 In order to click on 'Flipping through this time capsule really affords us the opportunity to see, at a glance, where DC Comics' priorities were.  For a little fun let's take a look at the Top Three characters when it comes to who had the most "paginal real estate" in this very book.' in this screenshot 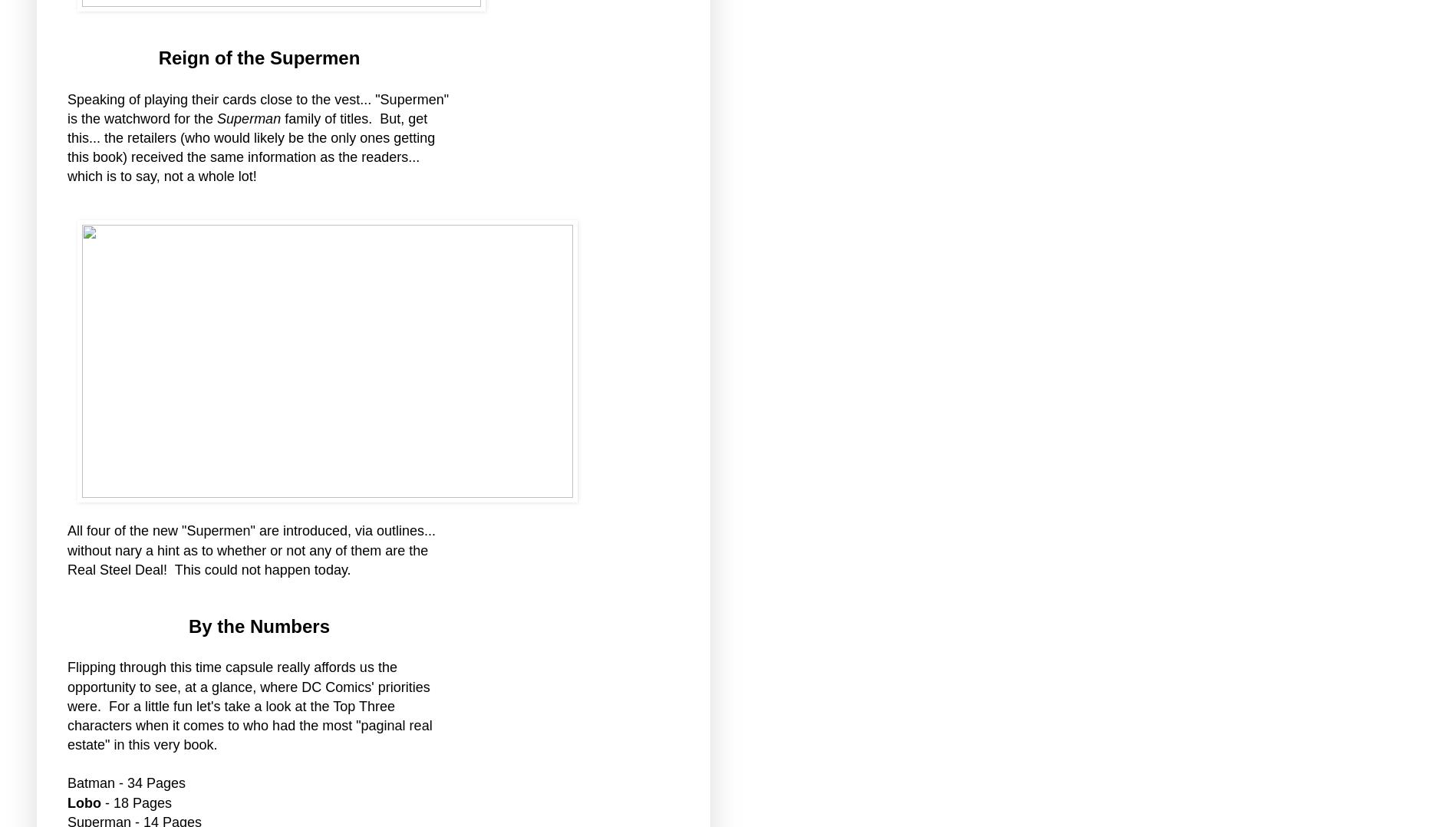, I will do `click(249, 706)`.